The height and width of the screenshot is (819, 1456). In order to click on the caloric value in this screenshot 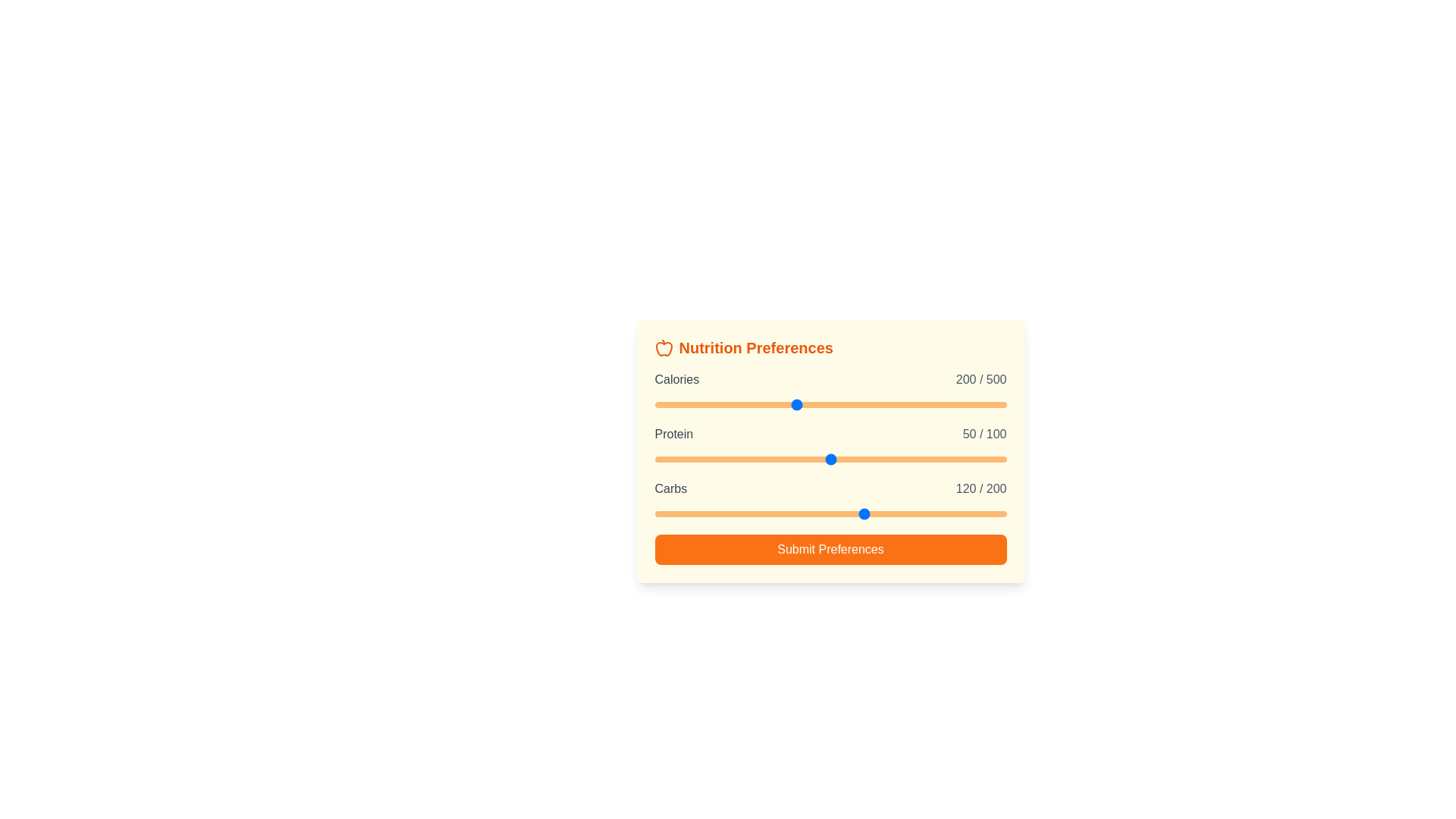, I will do `click(999, 403)`.